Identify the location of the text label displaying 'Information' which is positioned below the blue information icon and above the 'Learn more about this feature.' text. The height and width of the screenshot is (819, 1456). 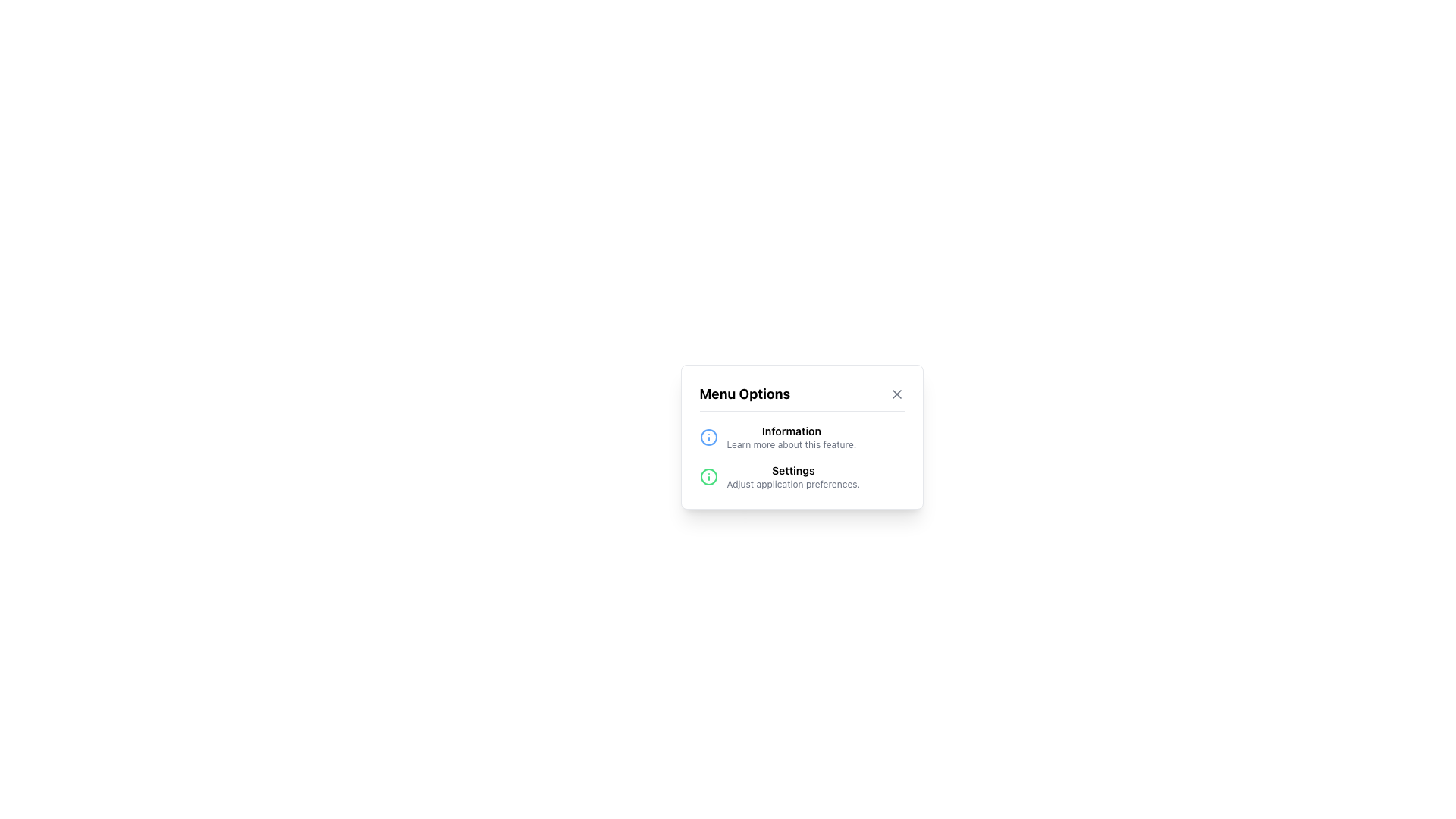
(790, 431).